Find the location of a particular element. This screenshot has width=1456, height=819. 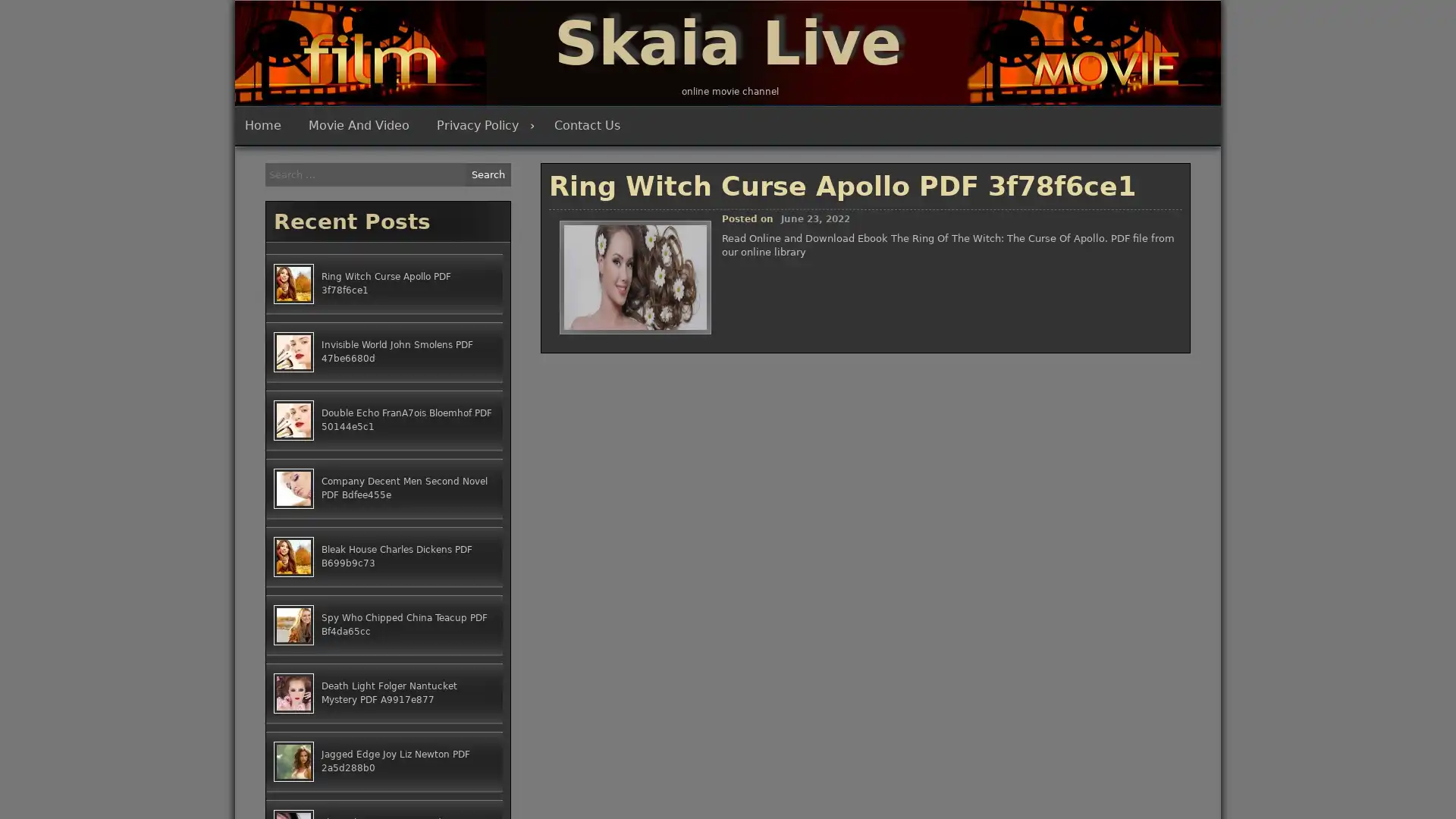

Search is located at coordinates (488, 174).